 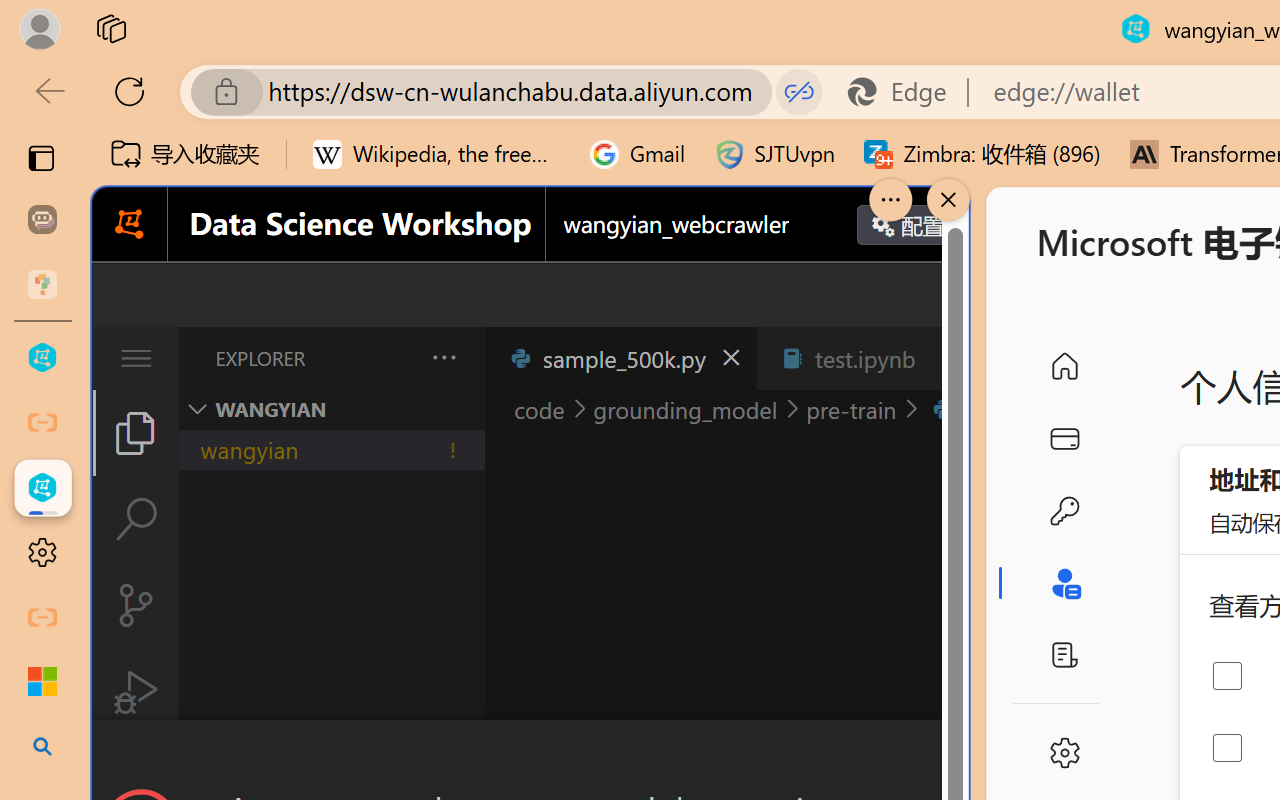 What do you see at coordinates (134, 432) in the screenshot?
I see `'Explorer (Ctrl+Shift+E)'` at bounding box center [134, 432].